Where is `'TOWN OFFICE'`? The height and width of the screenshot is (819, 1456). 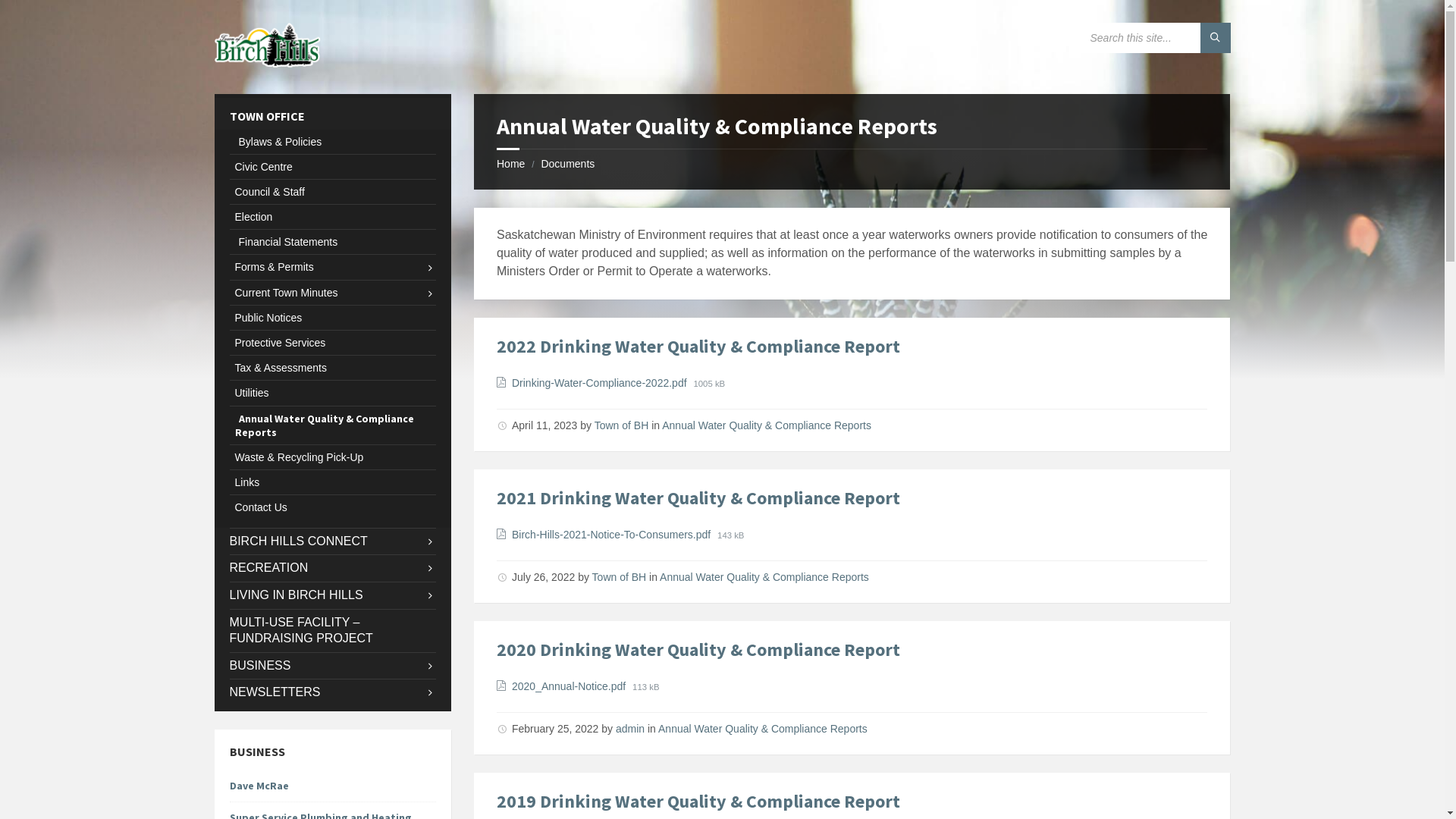 'TOWN OFFICE' is located at coordinates (331, 115).